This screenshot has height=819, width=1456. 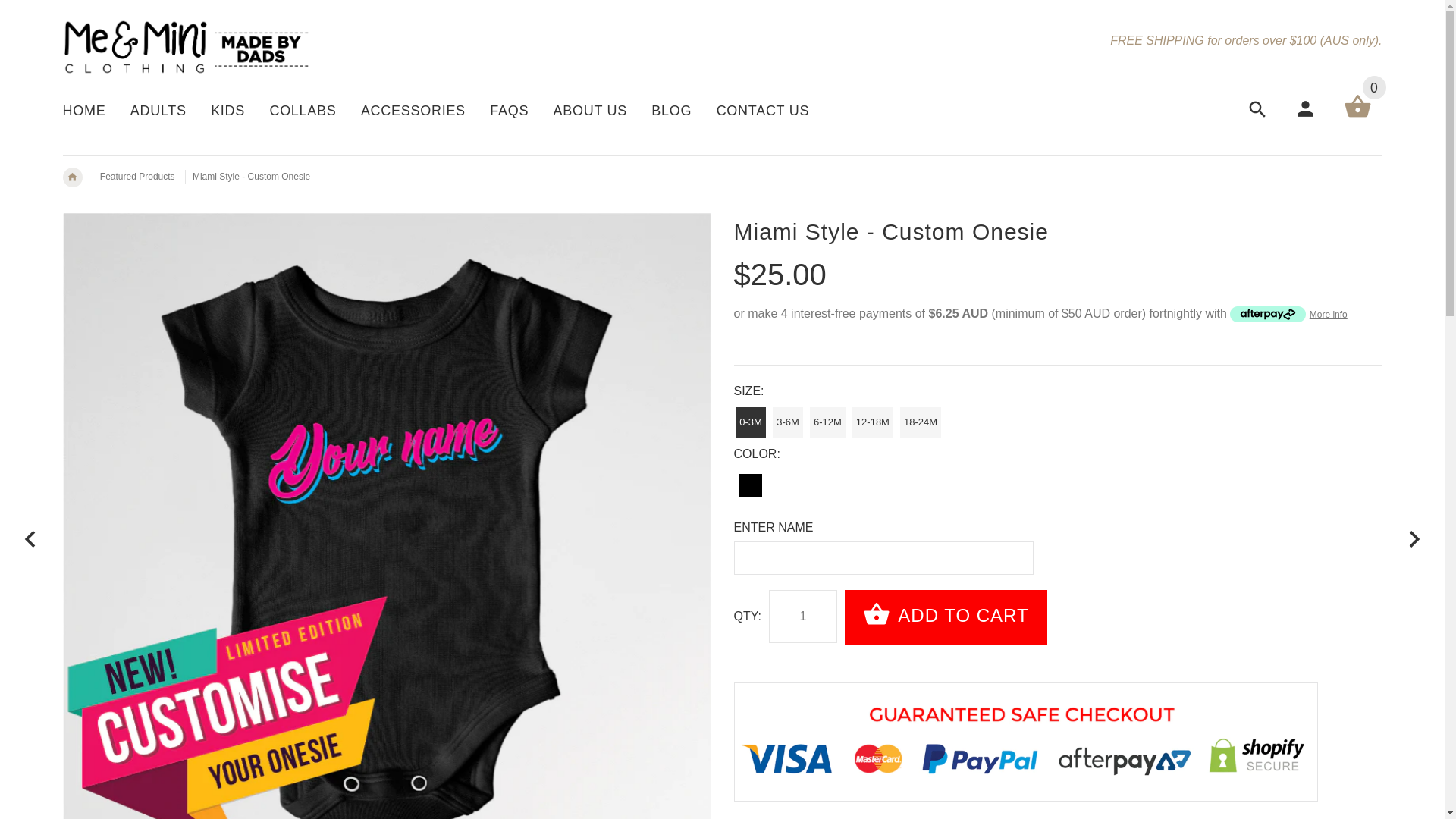 I want to click on 'FAQS', so click(x=509, y=111).